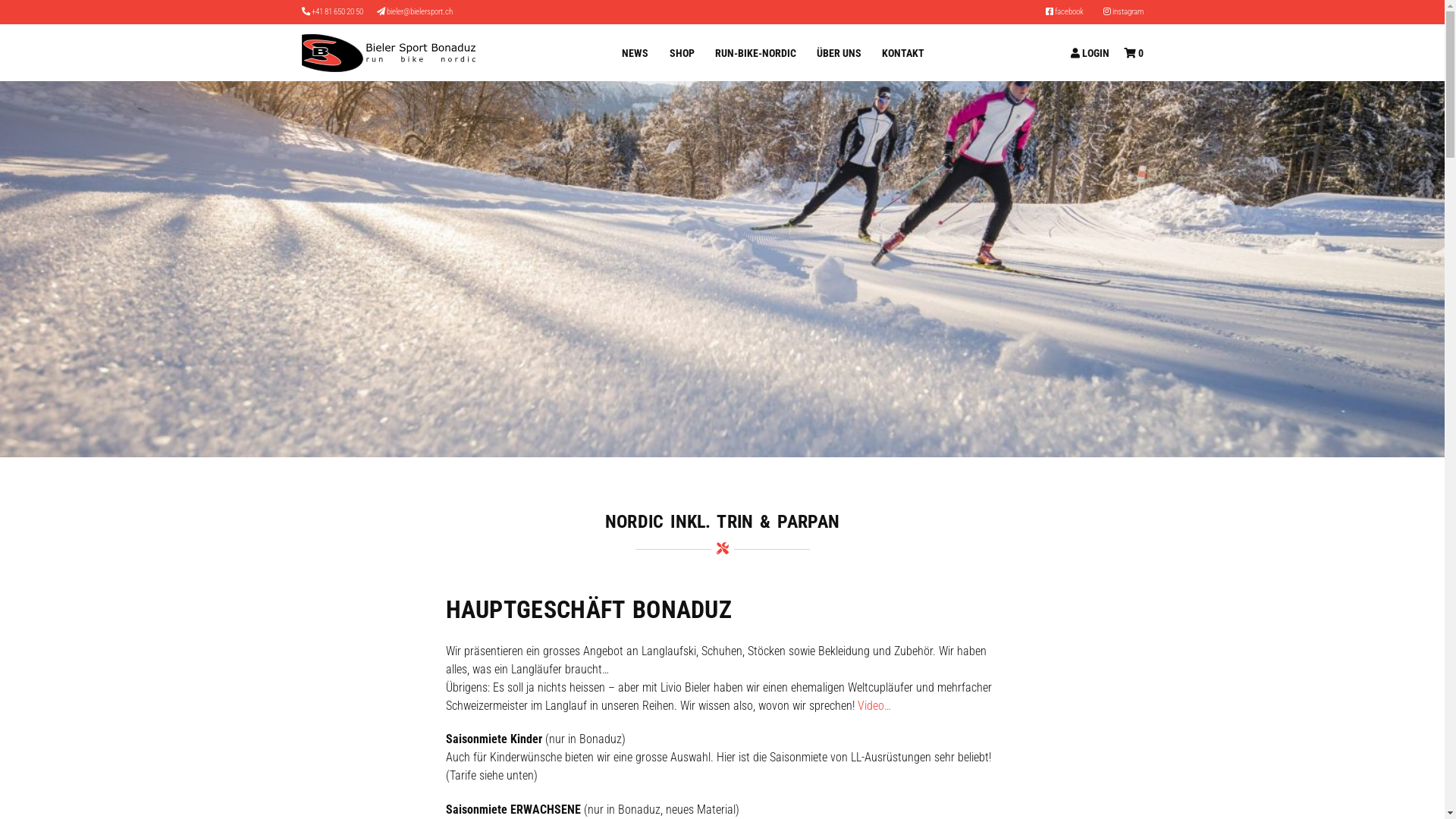 This screenshot has height=819, width=1456. Describe the element at coordinates (881, 52) in the screenshot. I see `'KONTAKT'` at that location.